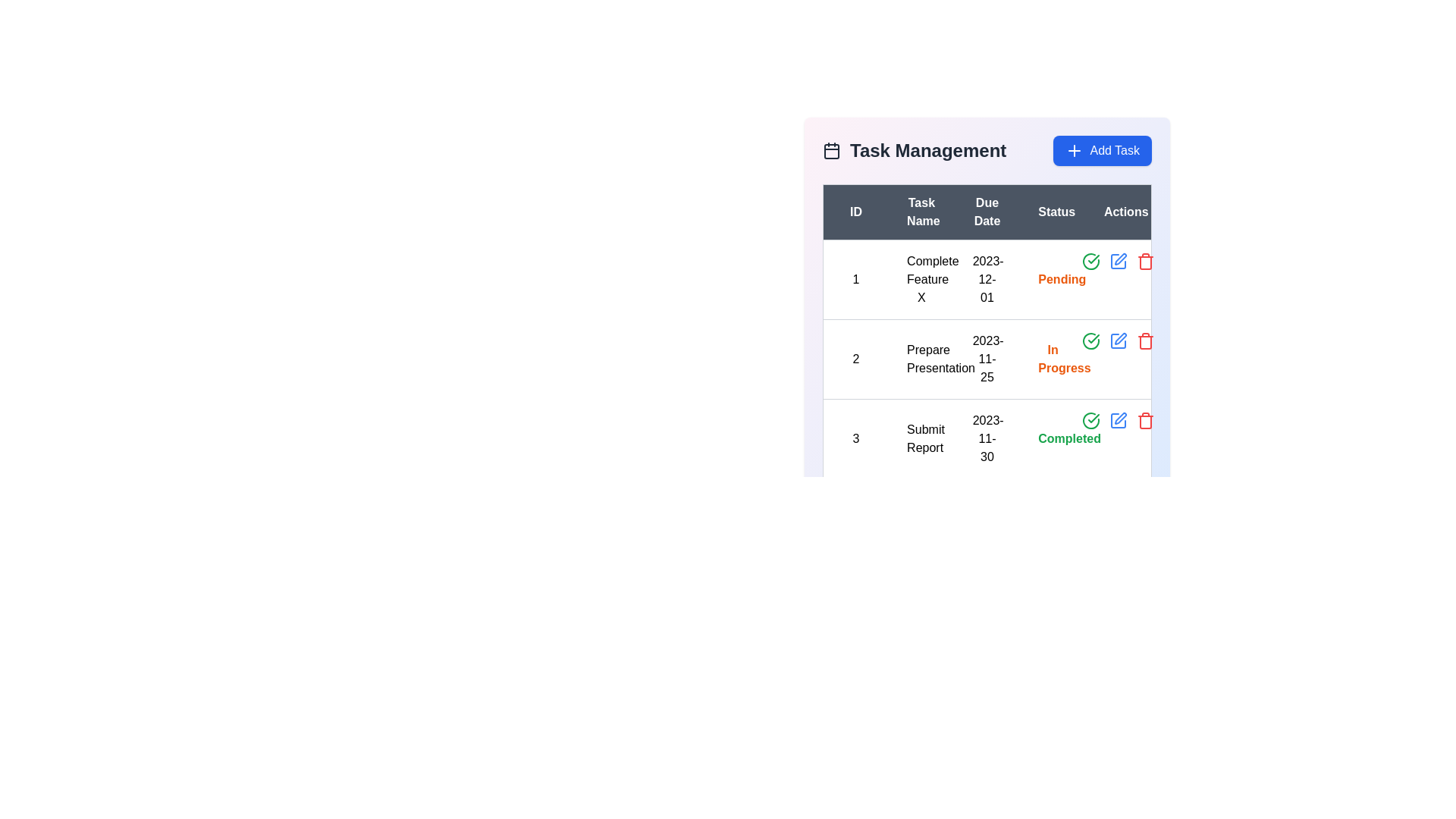  I want to click on the table header row element with a gray background and white text, which contains the labels ID, Task Name, Due Date, Status, and Actions, positioned above the task table in the main content area, so click(987, 212).